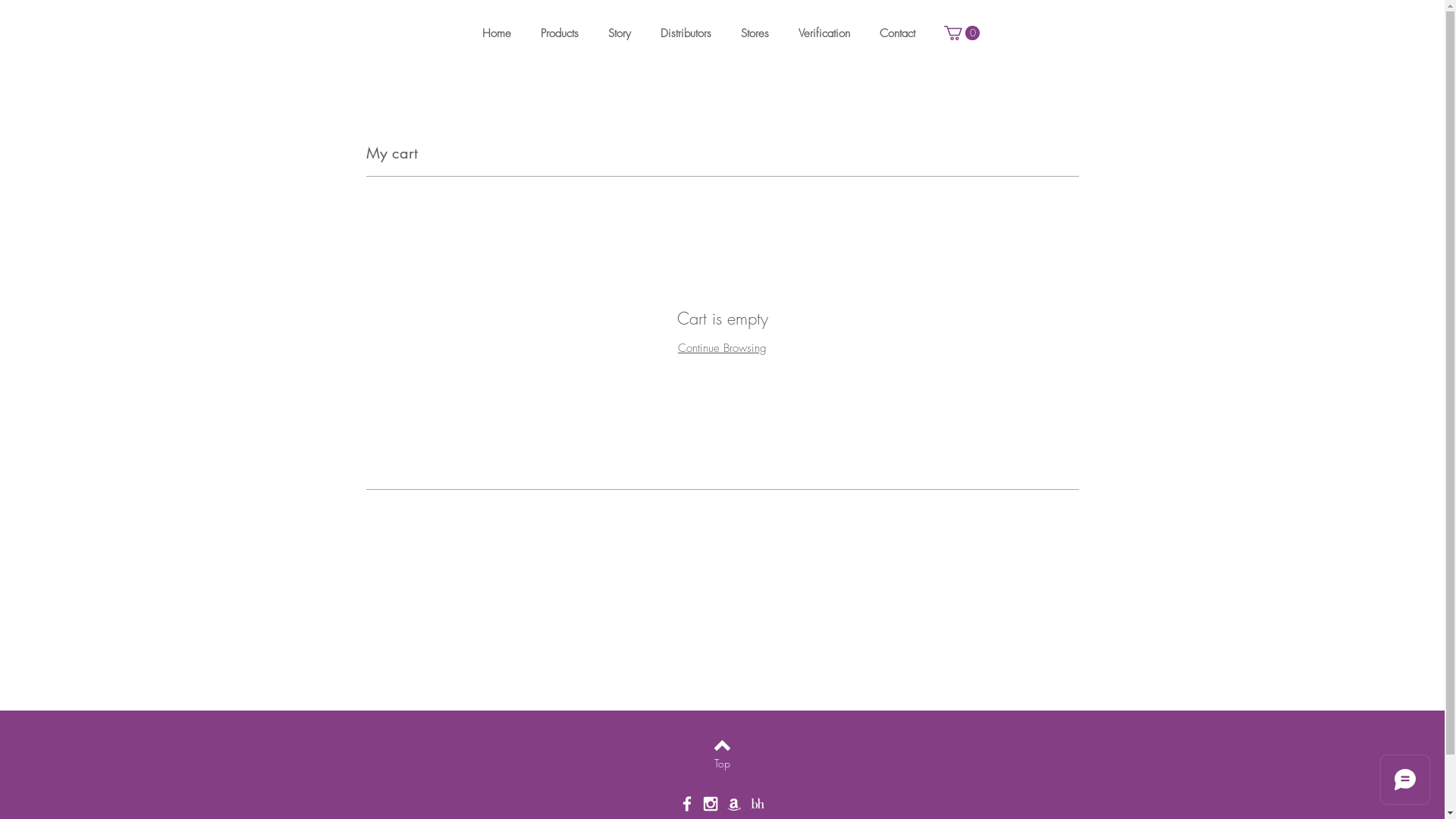  I want to click on 'Continue Browsing', so click(721, 348).